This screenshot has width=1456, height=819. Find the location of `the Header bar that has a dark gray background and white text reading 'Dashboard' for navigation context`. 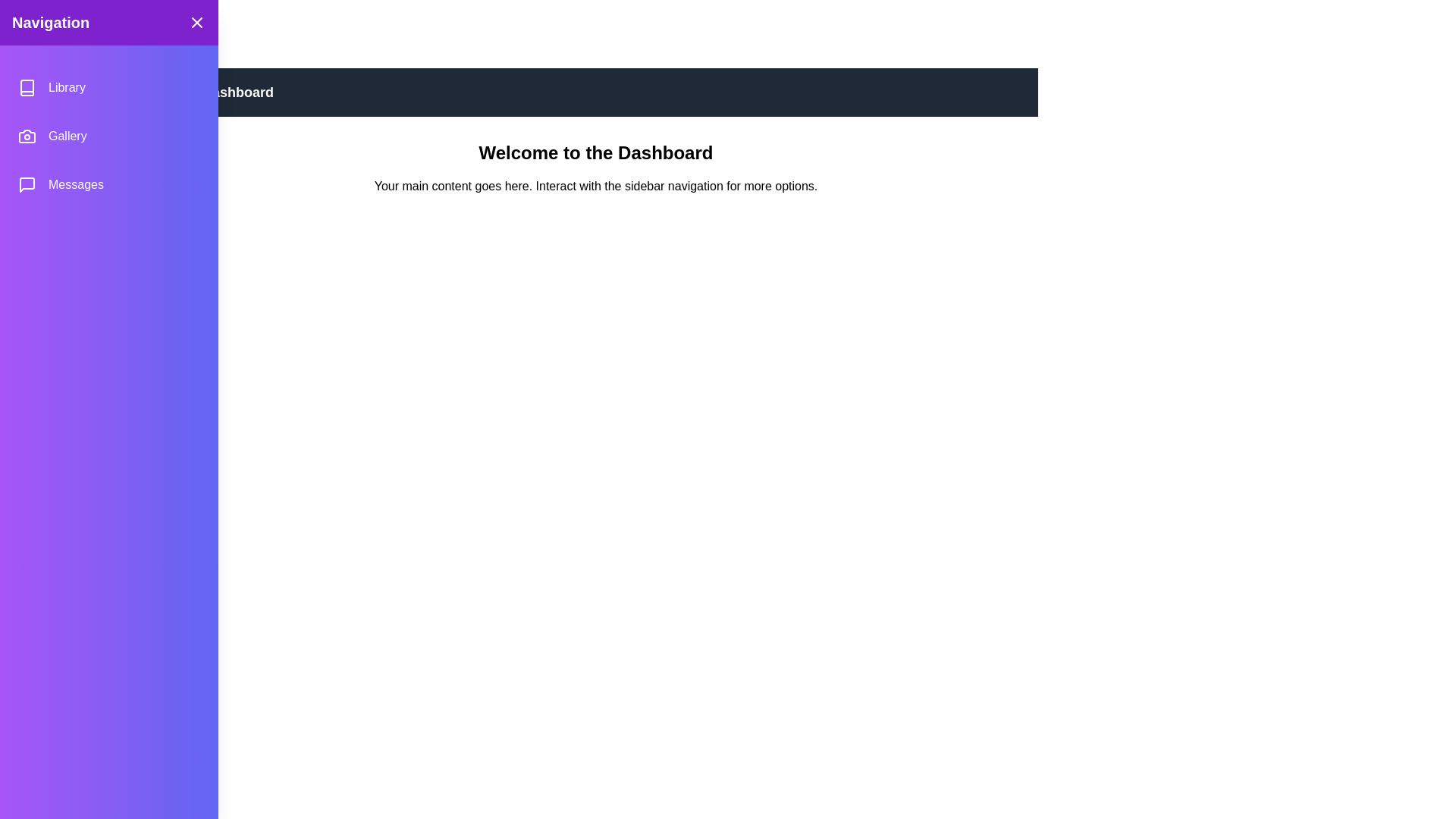

the Header bar that has a dark gray background and white text reading 'Dashboard' for navigation context is located at coordinates (595, 93).